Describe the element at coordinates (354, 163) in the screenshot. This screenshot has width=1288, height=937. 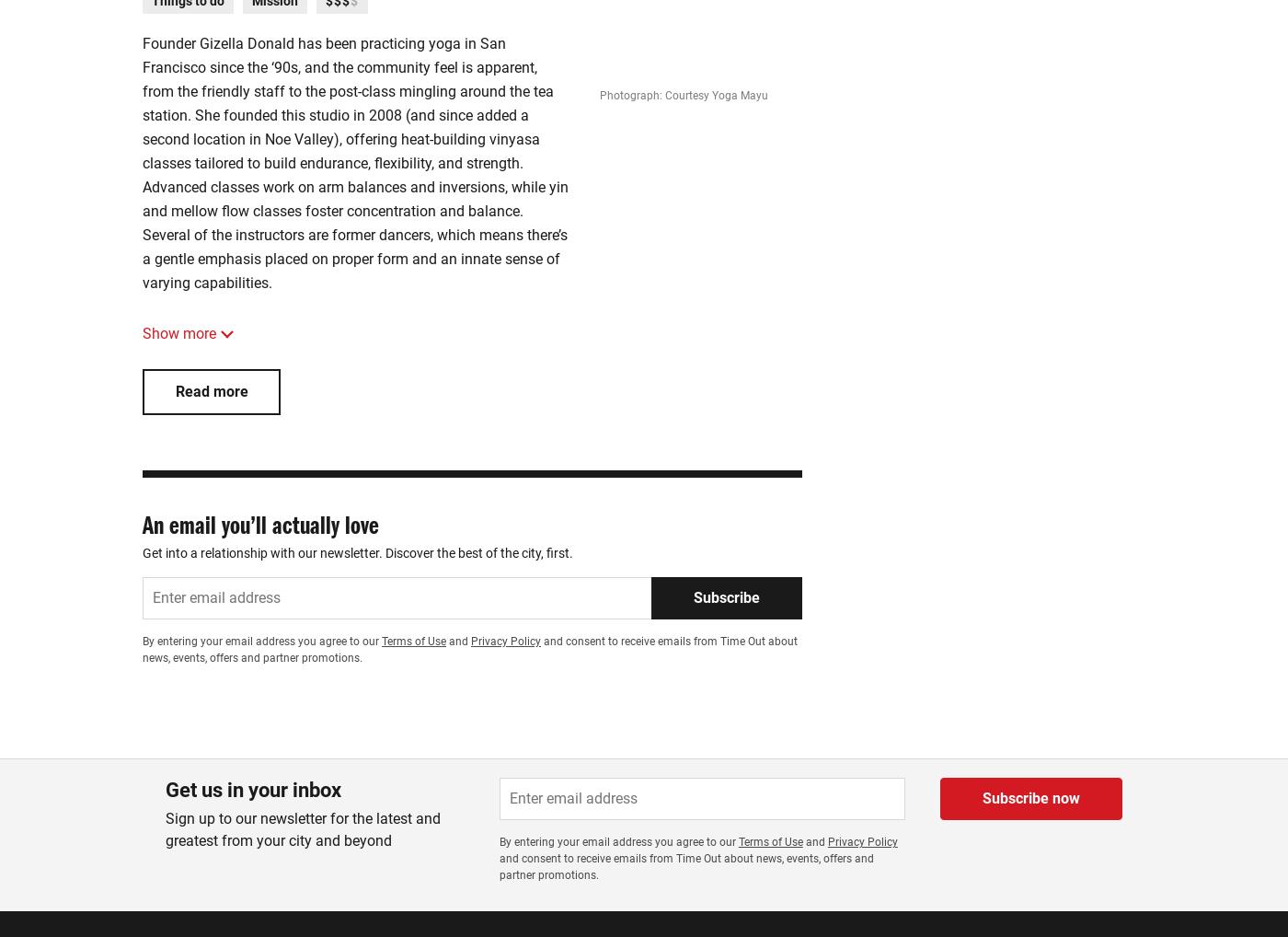
I see `'Founder Gizella Donald has been practicing yoga in San Francisco since the ‘90s, and the community feel is apparent, from the friendly staff to the post-class mingling around the tea station. She founded this studio in 2008 (and since added a second location in Noe Valley), offering heat-building vinyasa classes tailored to build endurance, flexibility, and strength. Advanced classes work on arm balances and inversions, while yin and mellow flow classes foster concentration and balance. Several of the instructors are former dancers, which means there’s a gentle emphasis placed on proper form and an innate sense of varying capabilities.'` at that location.